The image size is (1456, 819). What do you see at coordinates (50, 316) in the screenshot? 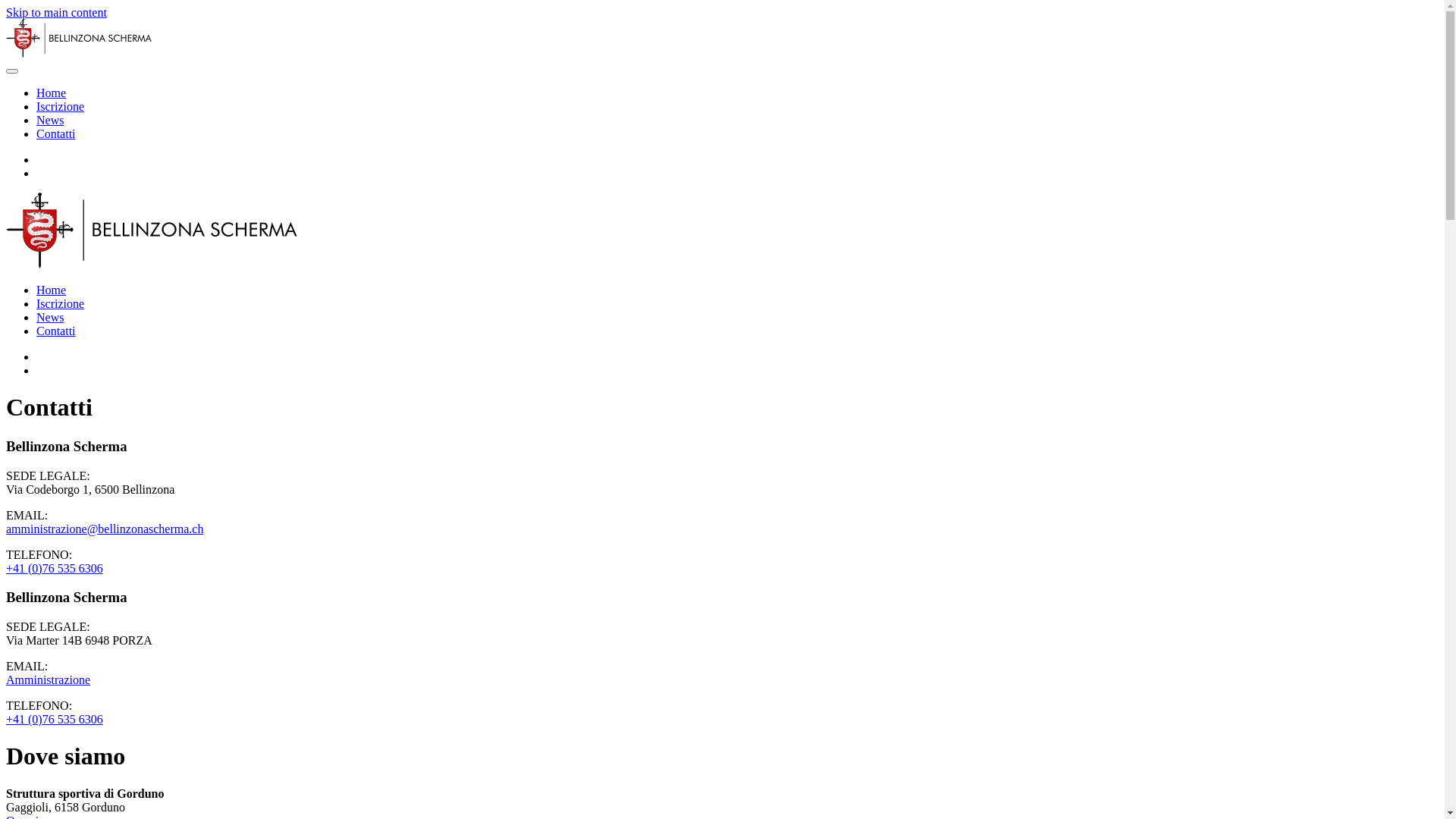
I see `'News'` at bounding box center [50, 316].